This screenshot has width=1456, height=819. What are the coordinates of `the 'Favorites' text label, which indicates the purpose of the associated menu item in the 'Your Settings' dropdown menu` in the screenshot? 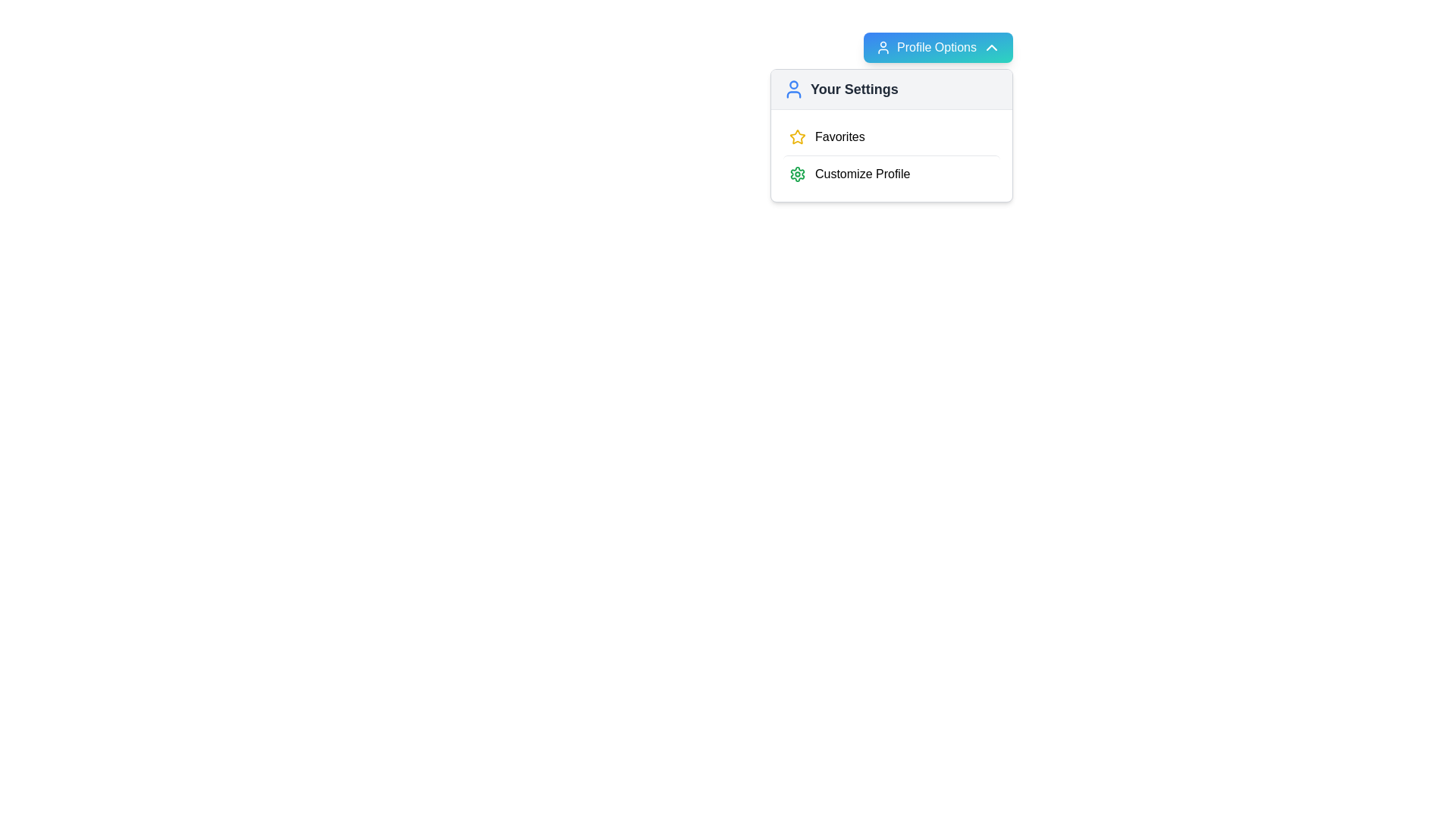 It's located at (839, 137).